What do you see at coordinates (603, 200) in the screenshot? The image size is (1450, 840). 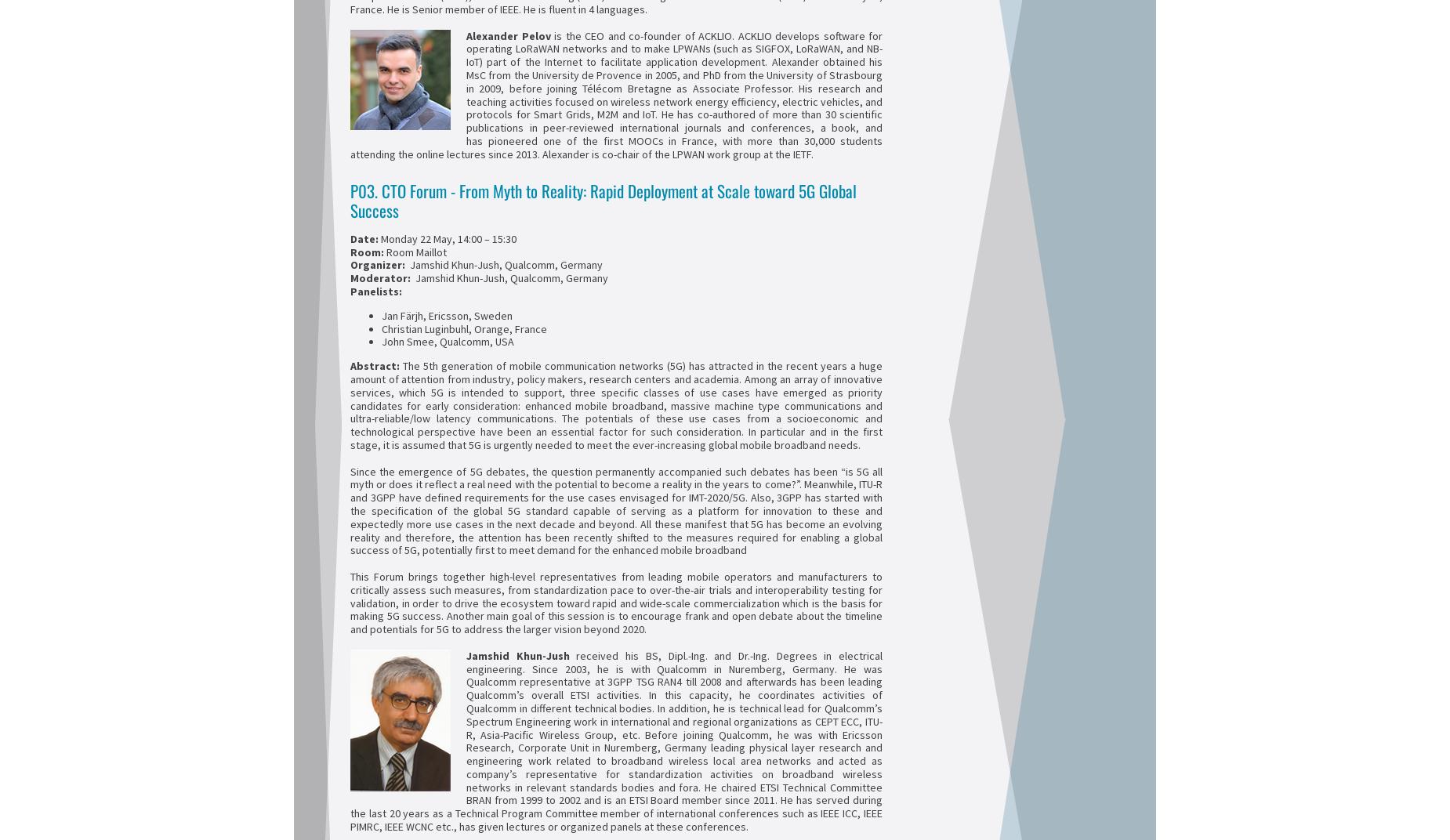 I see `'P03. CTO Forum - From Myth to Reality: Rapid Deployment at Scale toward 5G Global Success'` at bounding box center [603, 200].